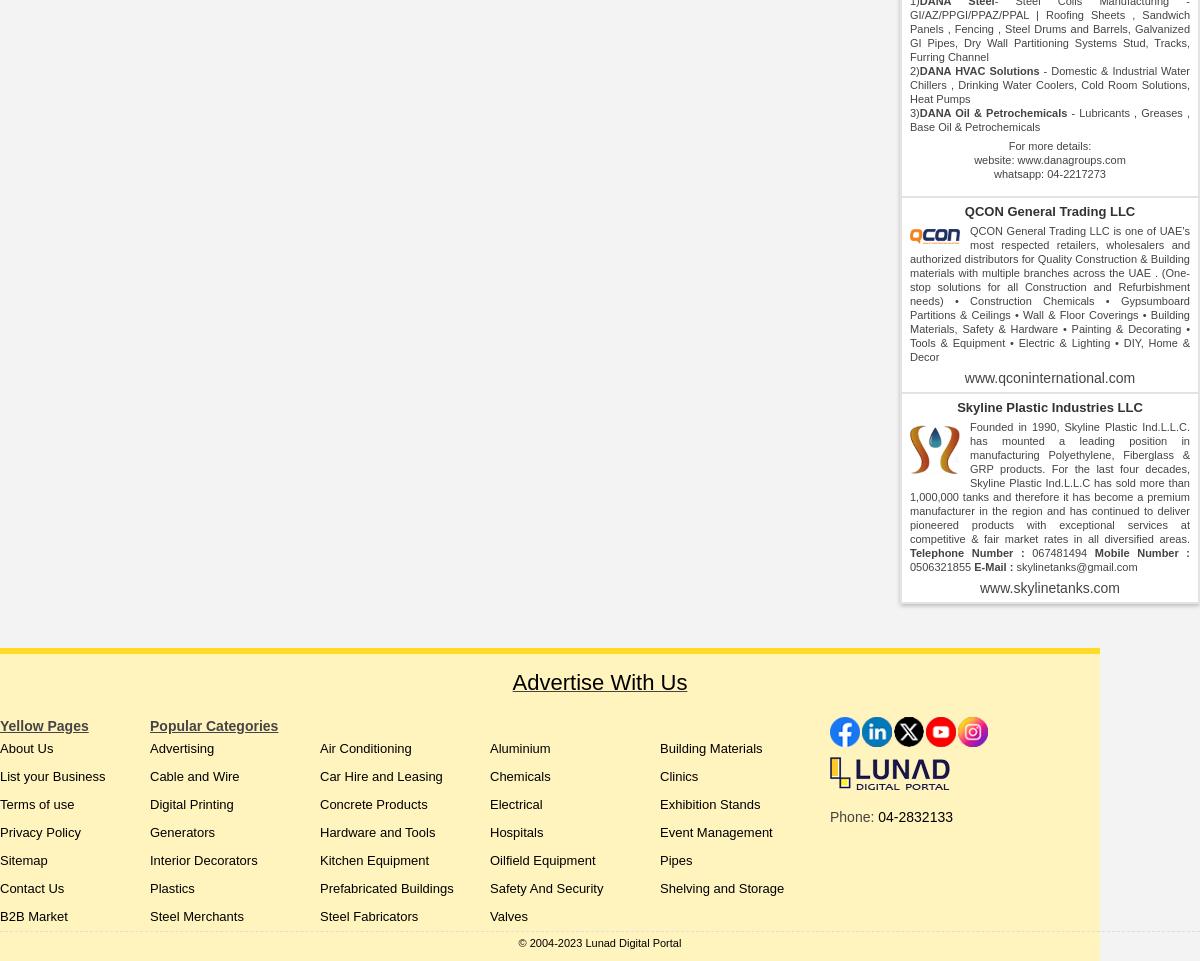  Describe the element at coordinates (974, 159) in the screenshot. I see `'website:'` at that location.